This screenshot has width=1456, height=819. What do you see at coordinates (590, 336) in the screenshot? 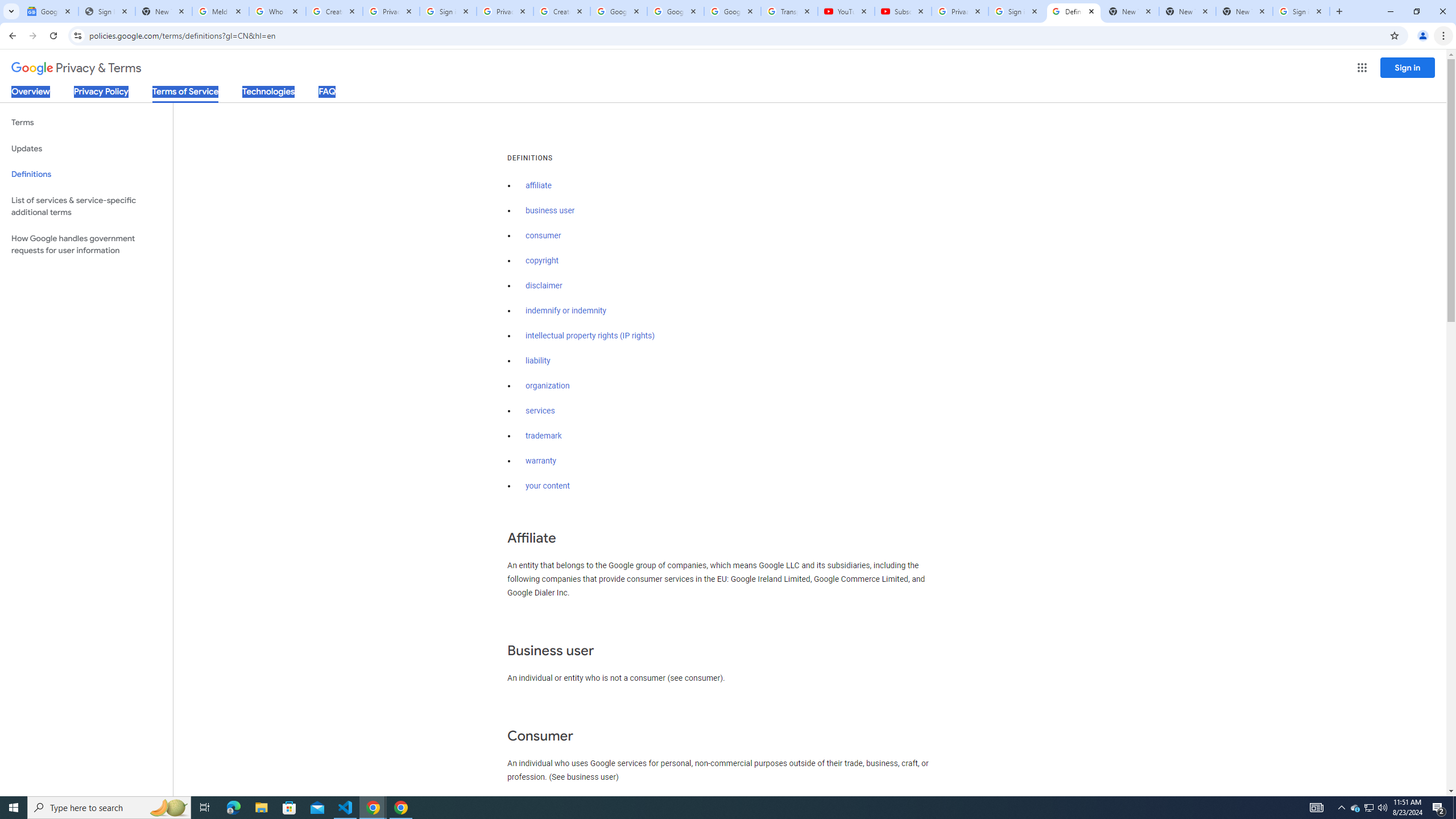
I see `'intellectual property rights (IP rights)'` at bounding box center [590, 336].